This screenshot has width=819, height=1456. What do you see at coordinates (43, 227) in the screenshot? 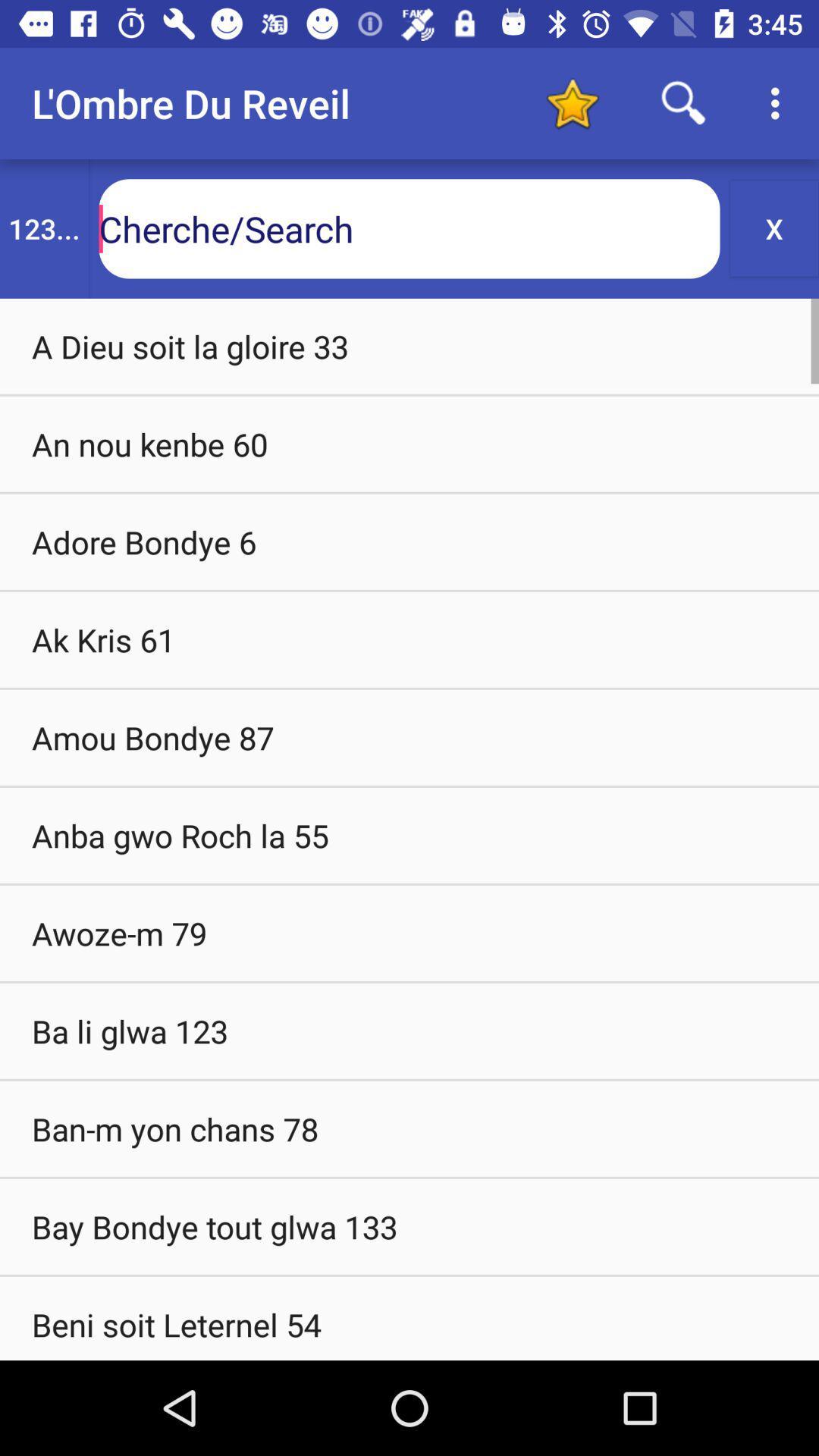
I see `the item below l ombre du item` at bounding box center [43, 227].